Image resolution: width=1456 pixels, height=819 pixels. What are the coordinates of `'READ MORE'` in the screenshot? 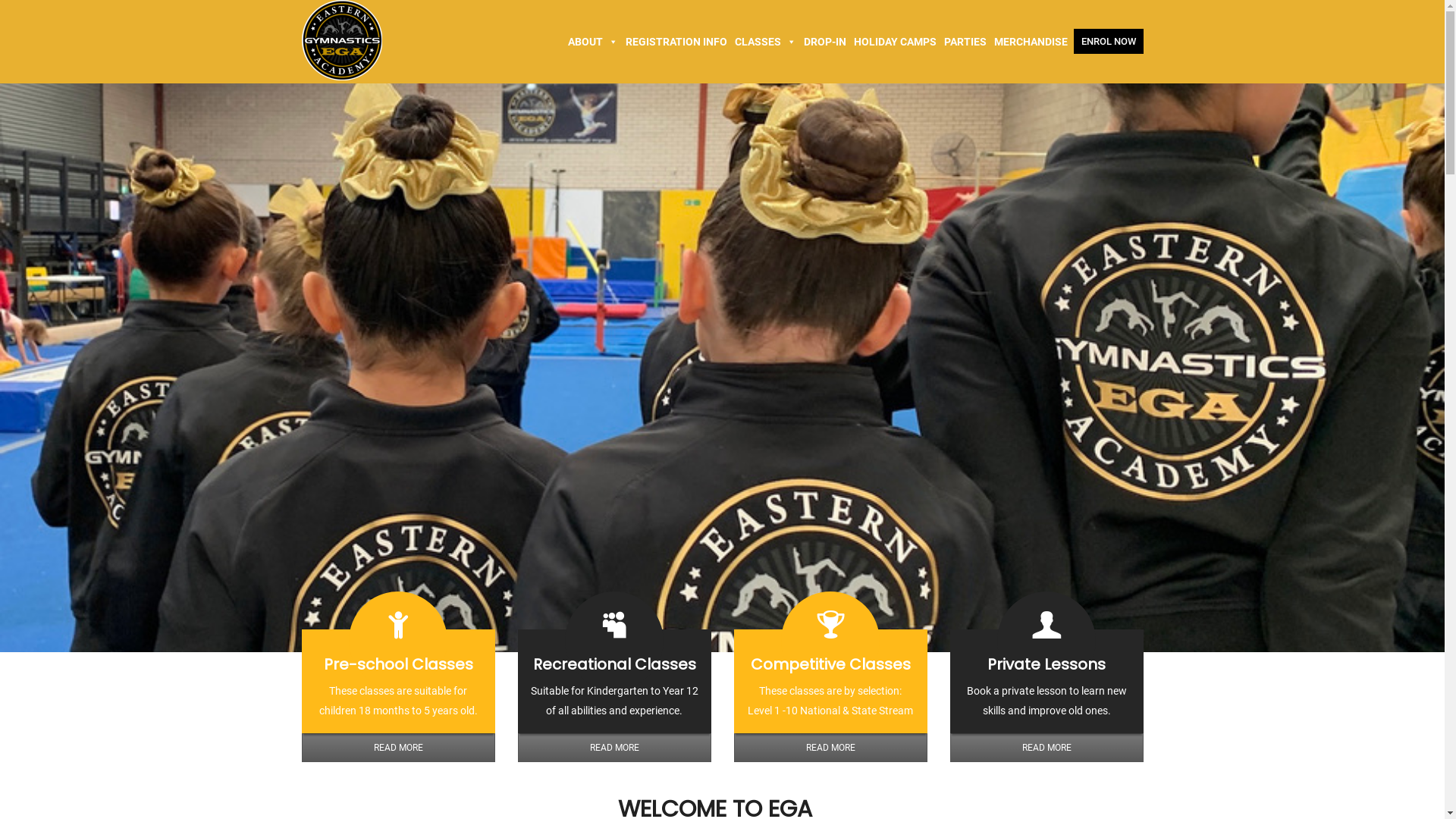 It's located at (398, 747).